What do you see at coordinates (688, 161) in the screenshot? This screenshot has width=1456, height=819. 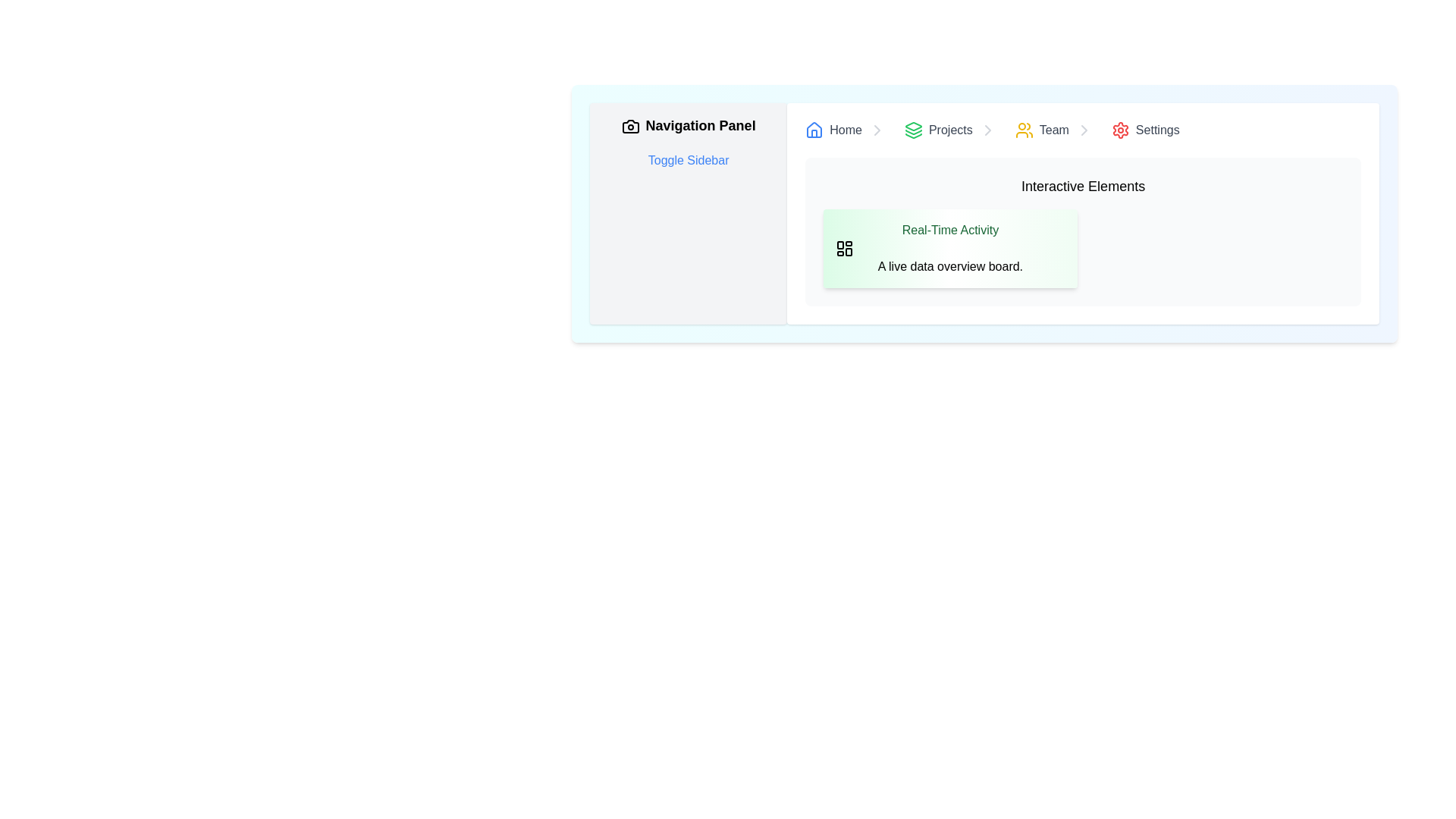 I see `the second text link button in the Navigation Panel` at bounding box center [688, 161].